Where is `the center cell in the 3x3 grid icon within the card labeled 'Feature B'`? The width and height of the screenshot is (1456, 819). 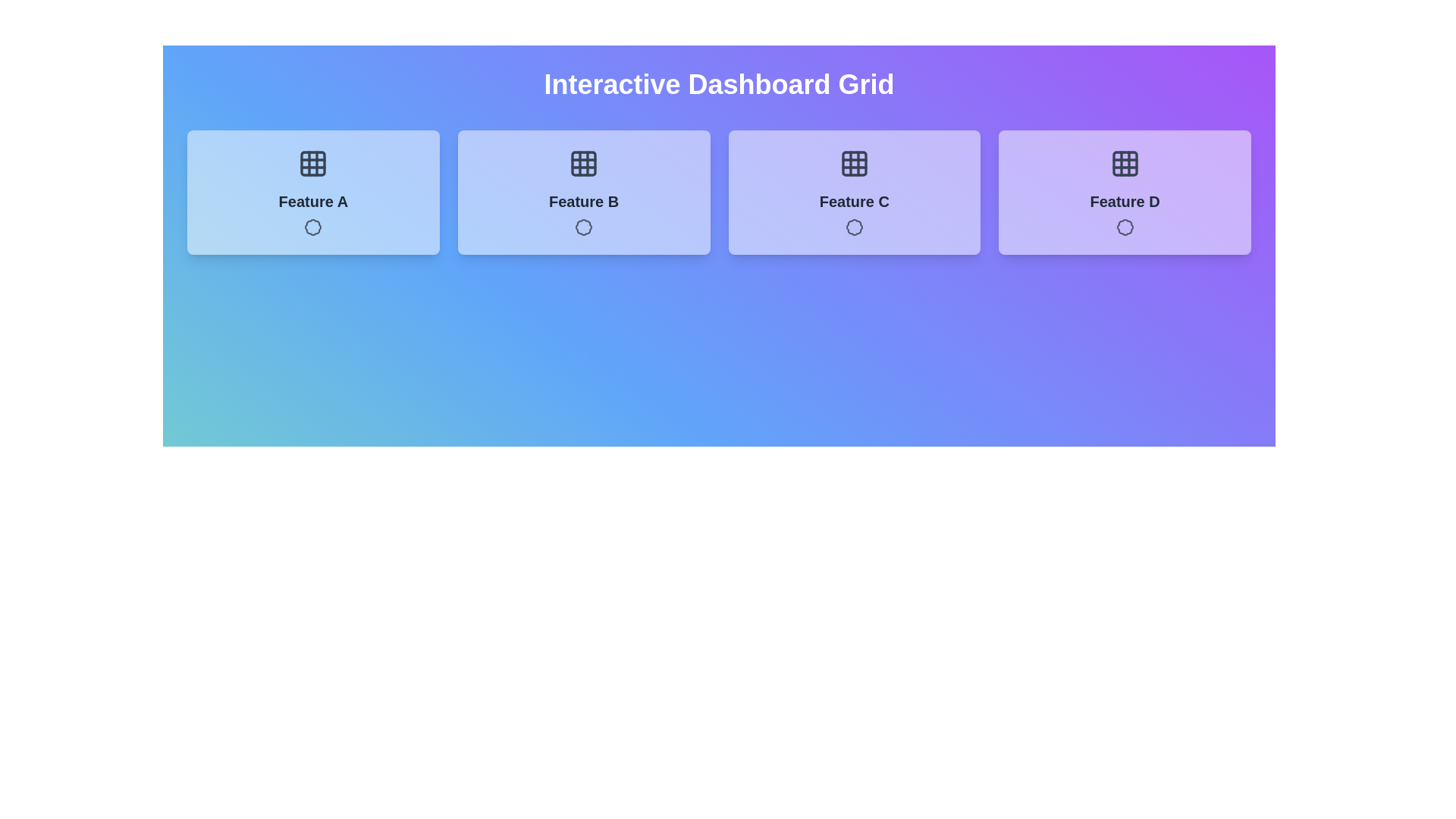
the center cell in the 3x3 grid icon within the card labeled 'Feature B' is located at coordinates (583, 164).